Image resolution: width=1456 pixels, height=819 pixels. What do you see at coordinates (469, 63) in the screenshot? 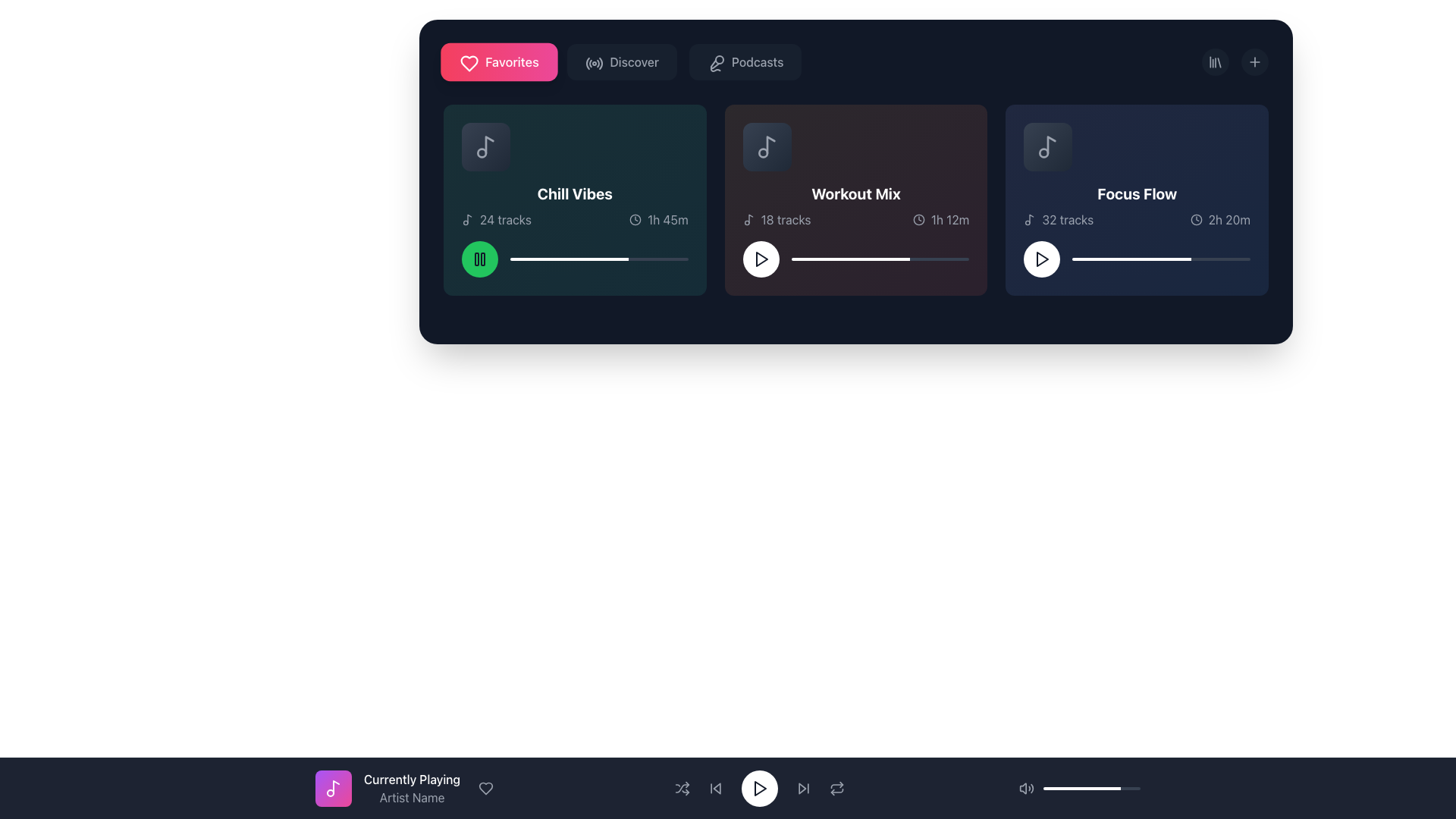
I see `the heart icon within the 'Favorites' button` at bounding box center [469, 63].